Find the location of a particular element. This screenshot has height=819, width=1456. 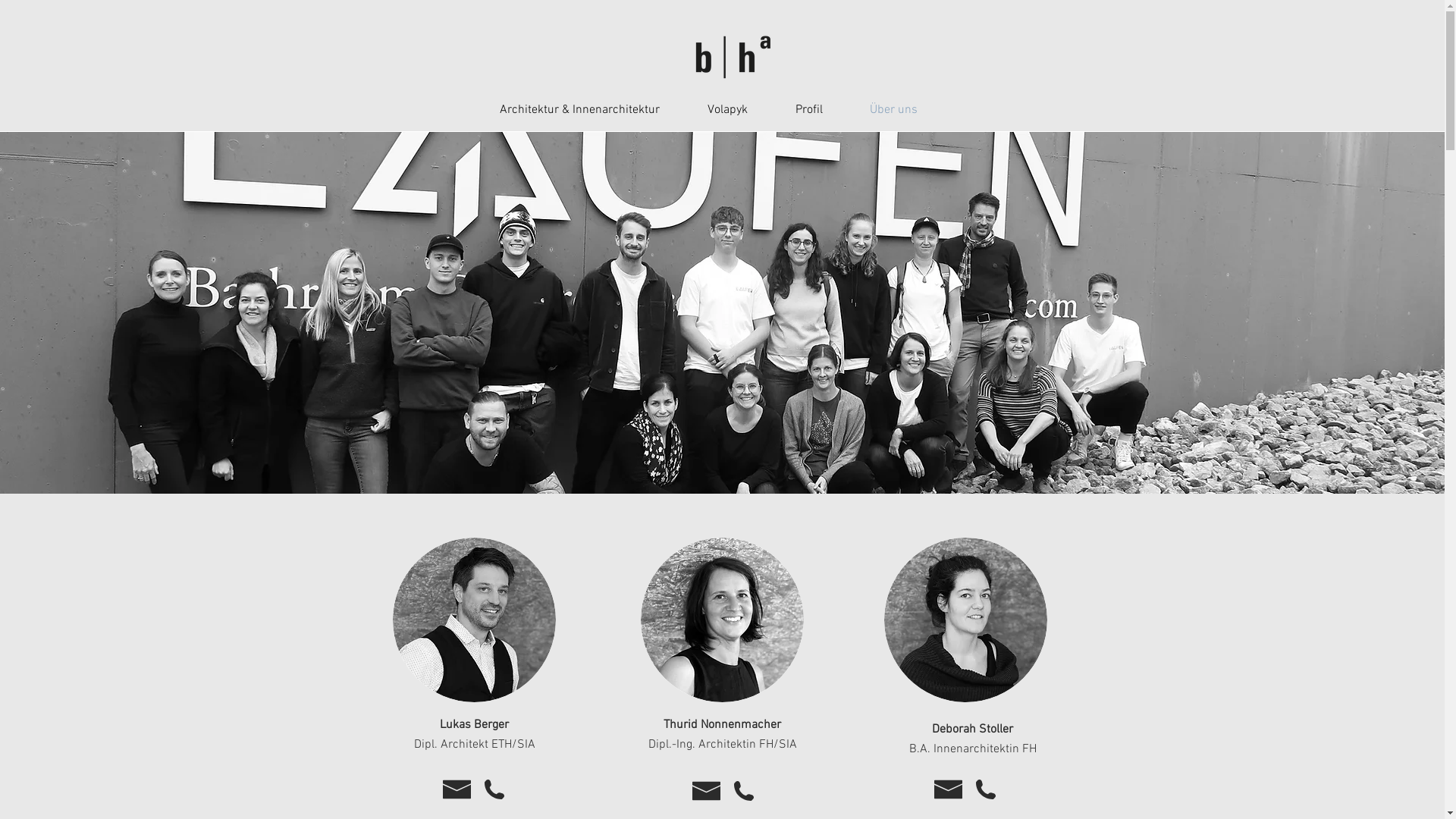

'Thurid.jpg' is located at coordinates (640, 620).